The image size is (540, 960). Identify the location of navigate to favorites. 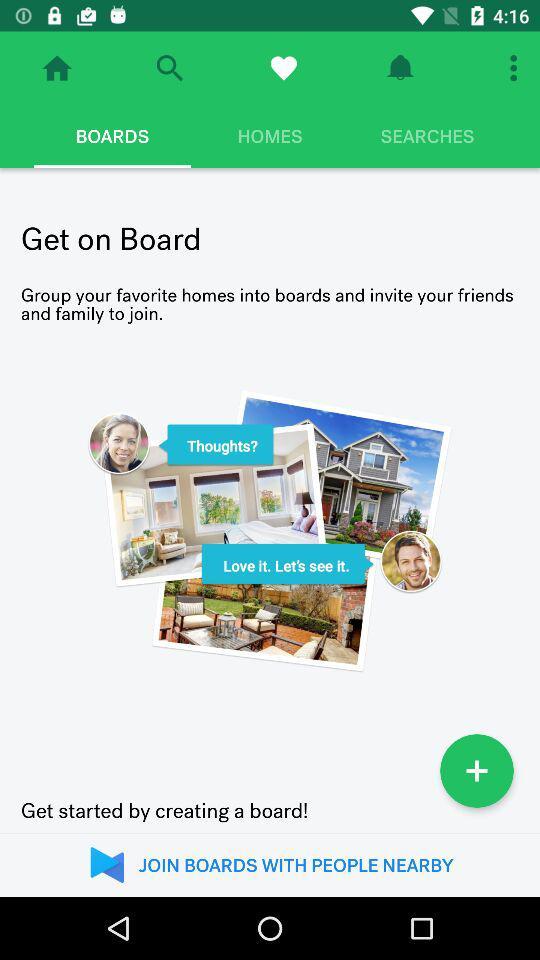
(282, 68).